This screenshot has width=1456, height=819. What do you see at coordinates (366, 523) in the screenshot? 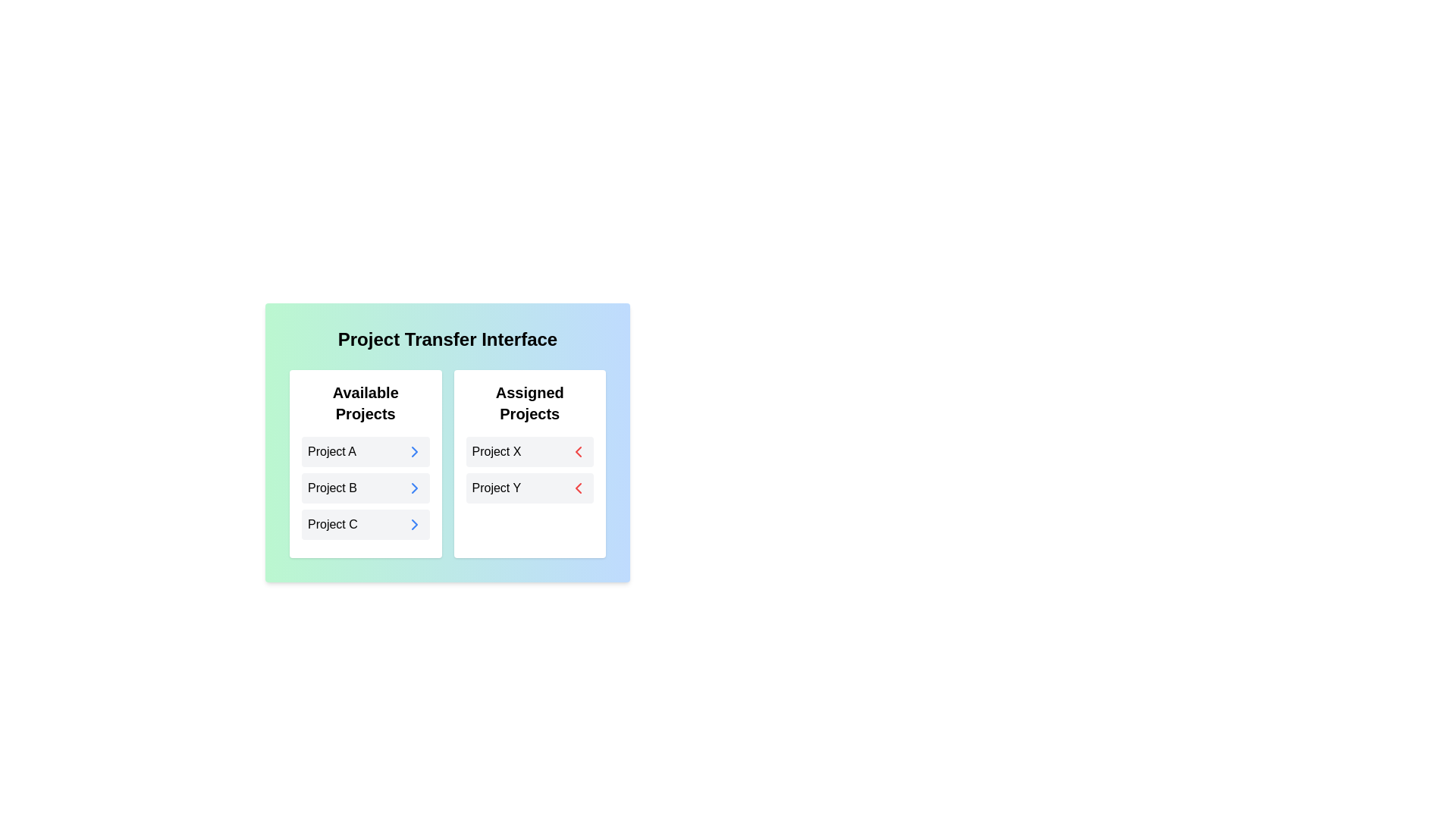
I see `text content of the list item labeled 'Project C', which is the third item in the 'Available Projects' section` at bounding box center [366, 523].